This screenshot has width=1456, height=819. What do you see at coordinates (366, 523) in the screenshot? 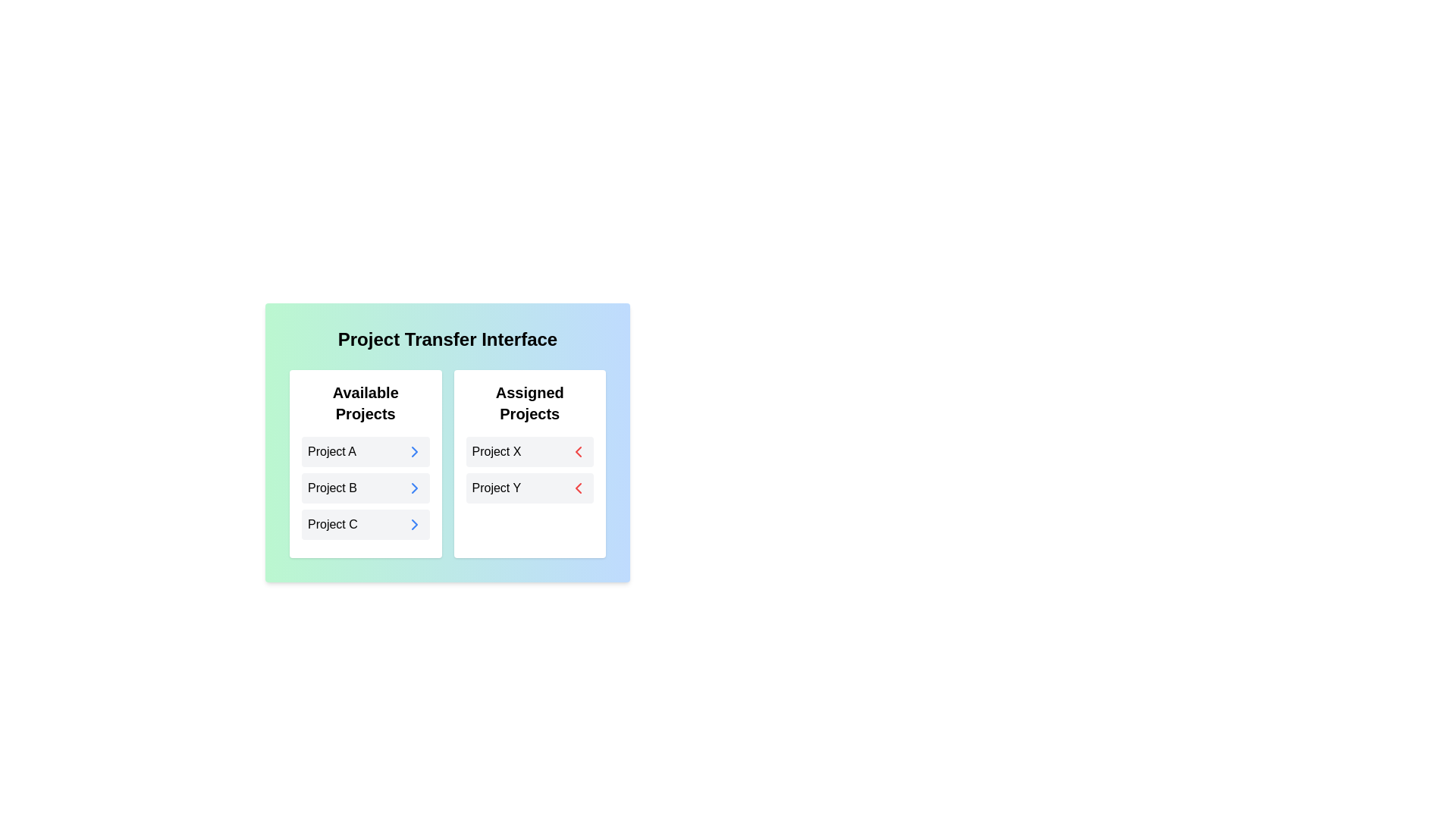
I see `text content of the list item labeled 'Project C', which is the third item in the 'Available Projects' section` at bounding box center [366, 523].